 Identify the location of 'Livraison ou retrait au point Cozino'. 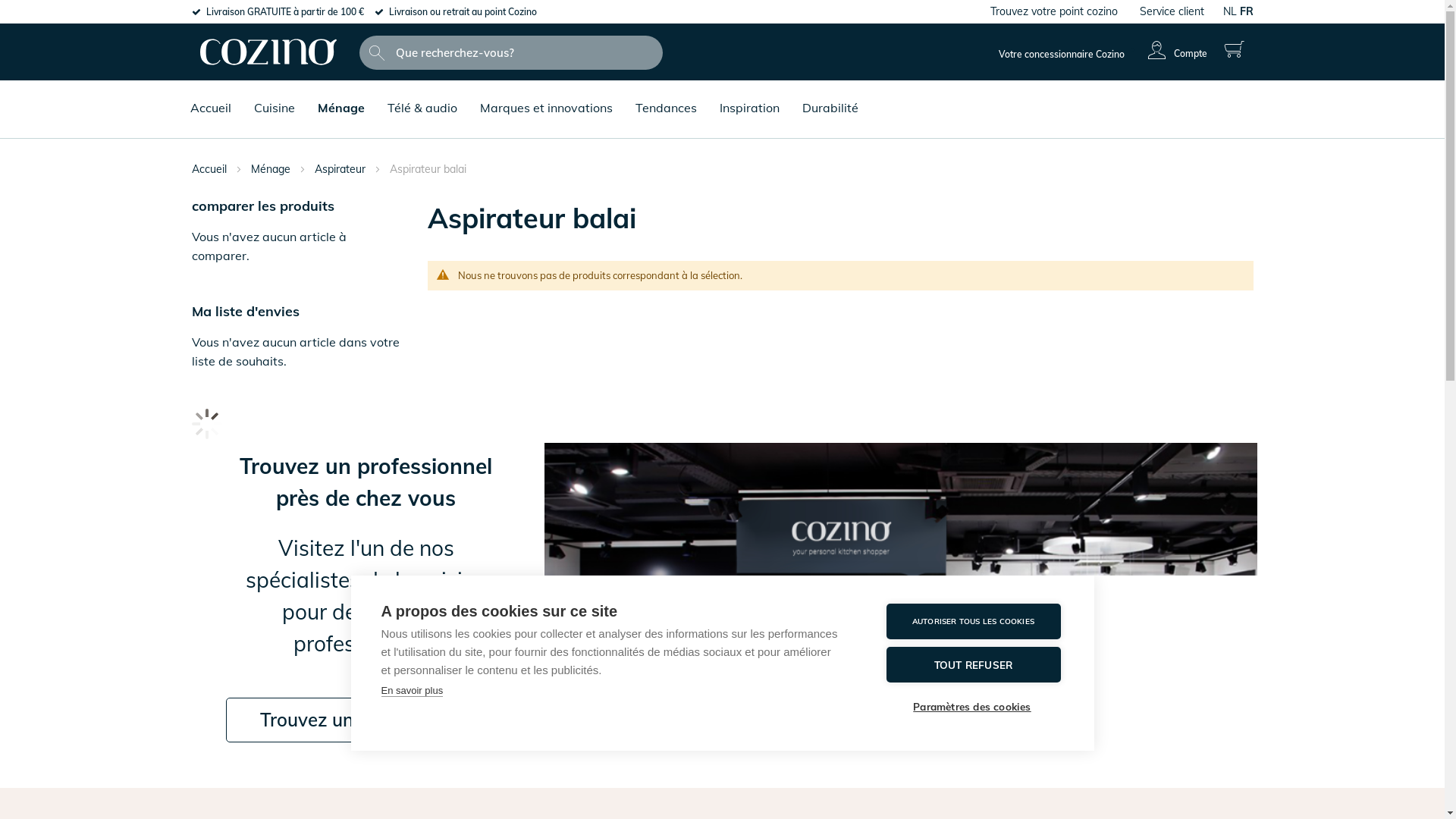
(461, 11).